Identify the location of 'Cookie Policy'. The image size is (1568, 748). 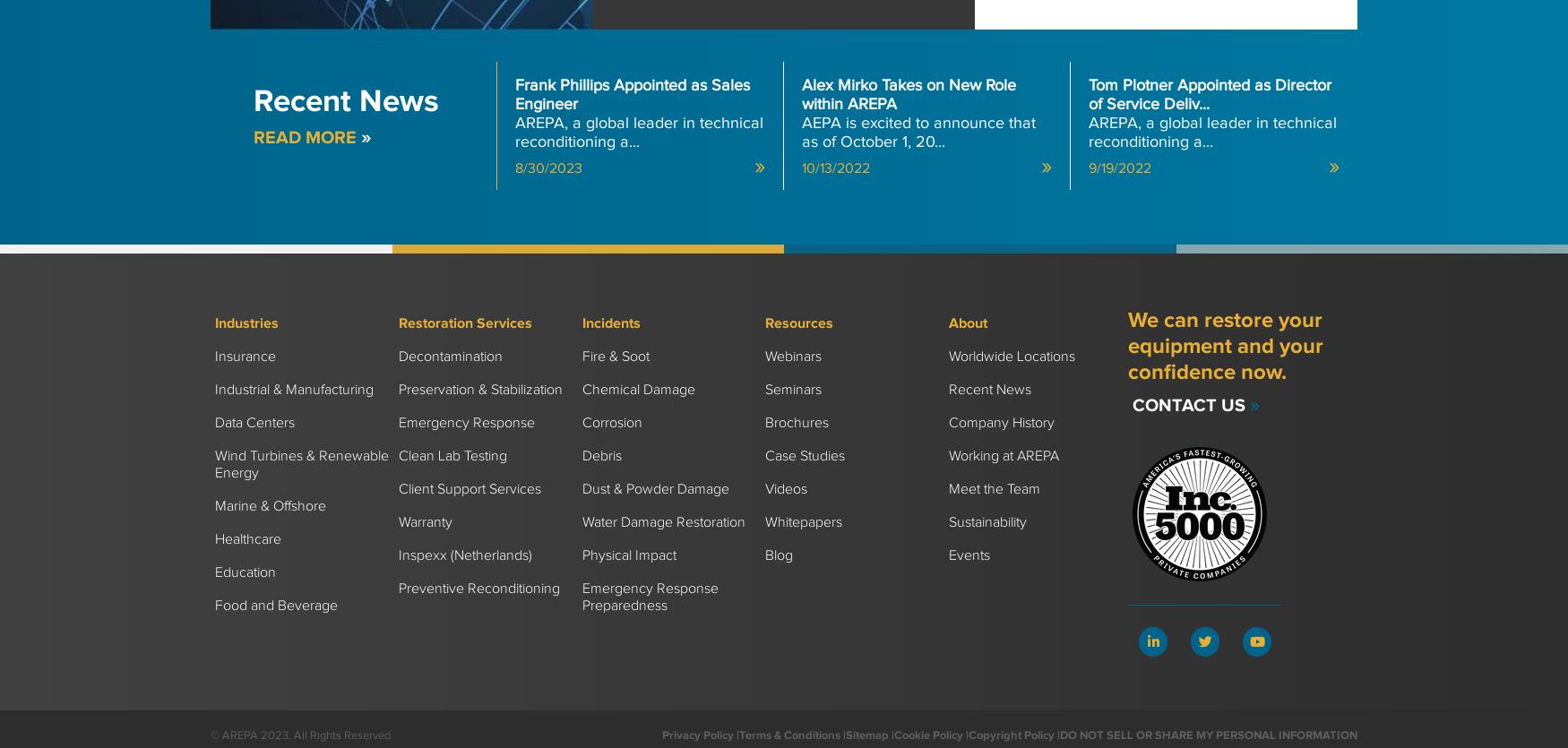
(927, 734).